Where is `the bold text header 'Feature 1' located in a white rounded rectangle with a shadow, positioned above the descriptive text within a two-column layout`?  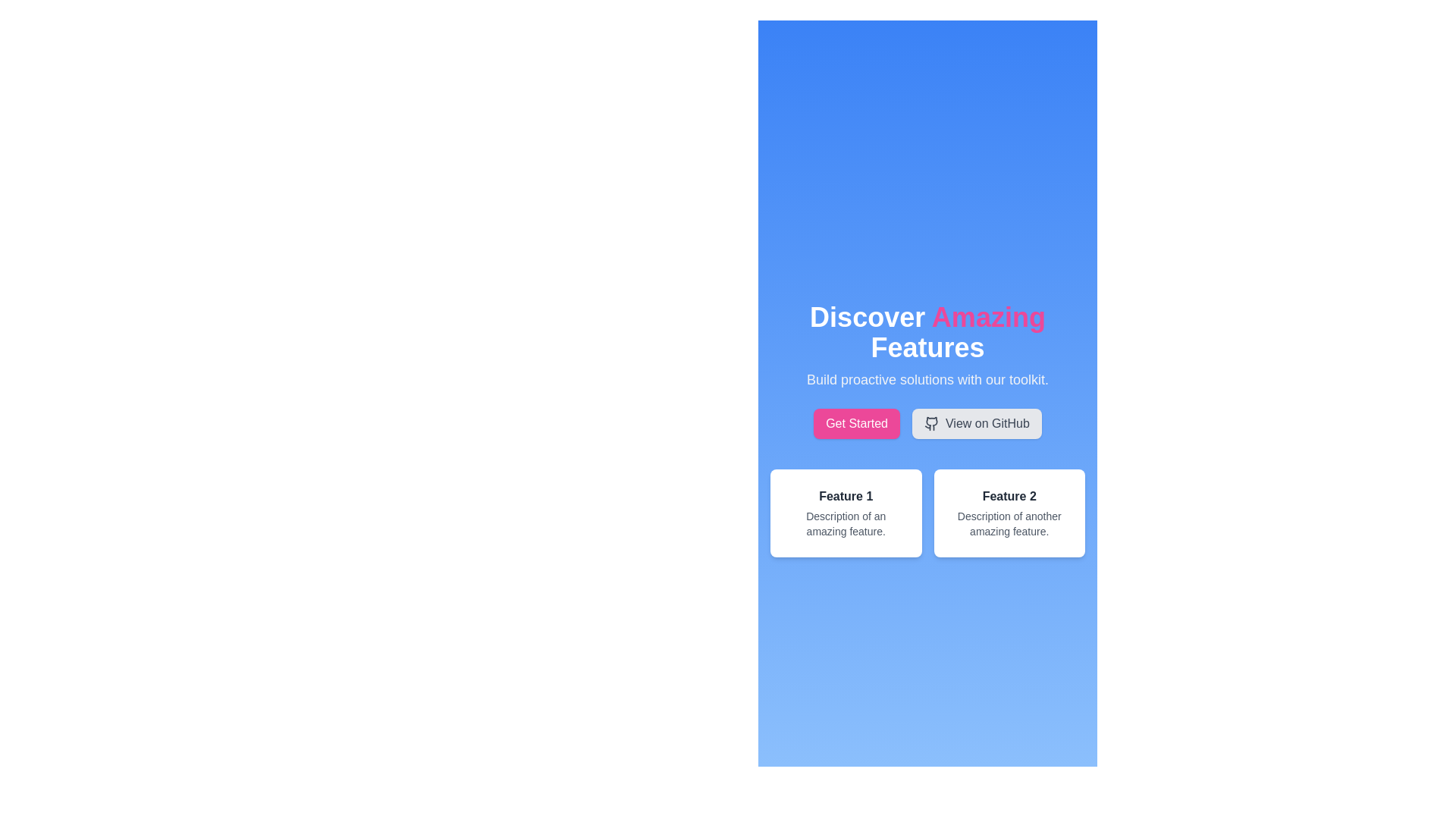 the bold text header 'Feature 1' located in a white rounded rectangle with a shadow, positioned above the descriptive text within a two-column layout is located at coordinates (845, 497).